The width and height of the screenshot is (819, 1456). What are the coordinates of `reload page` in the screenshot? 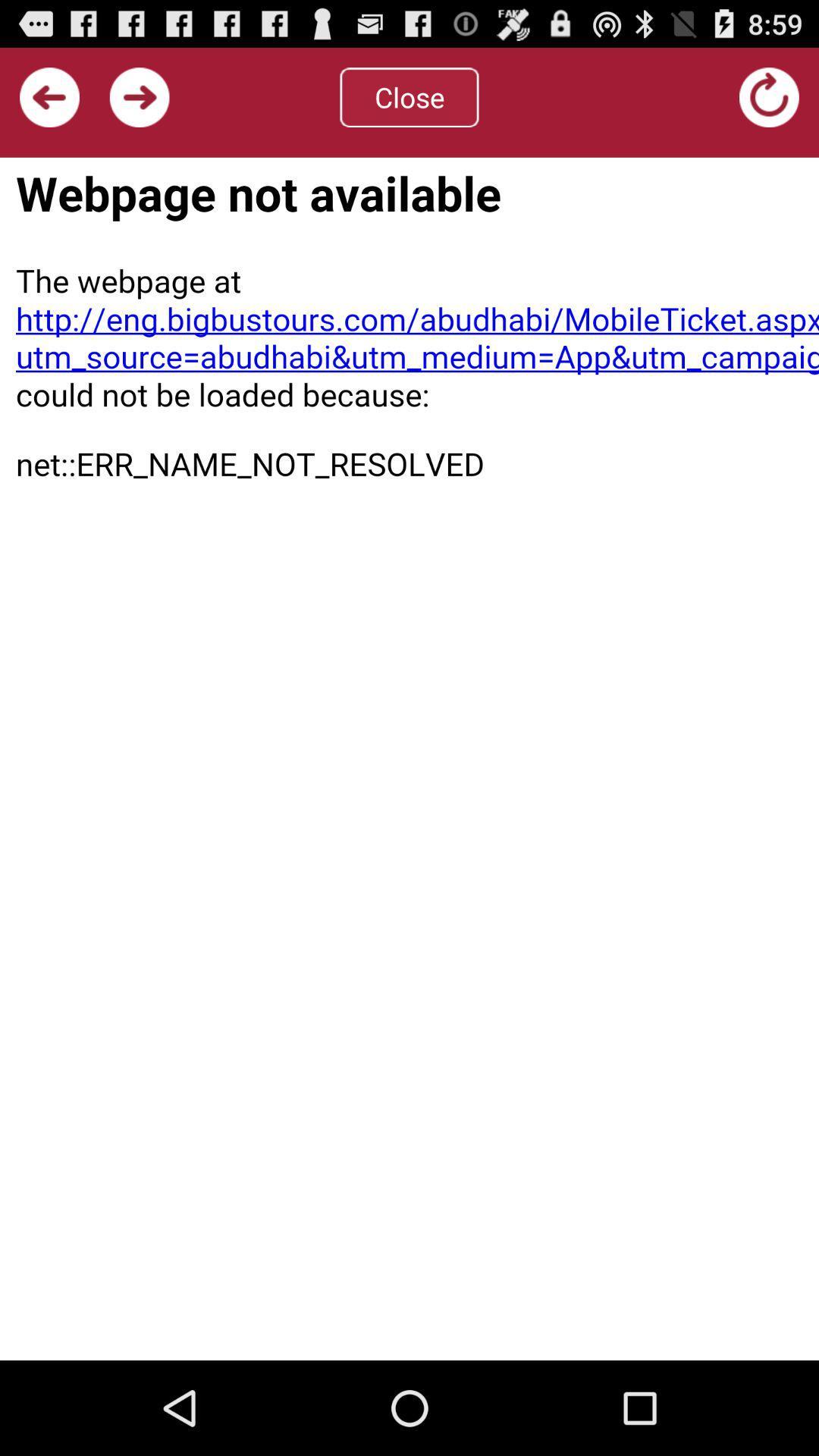 It's located at (409, 758).